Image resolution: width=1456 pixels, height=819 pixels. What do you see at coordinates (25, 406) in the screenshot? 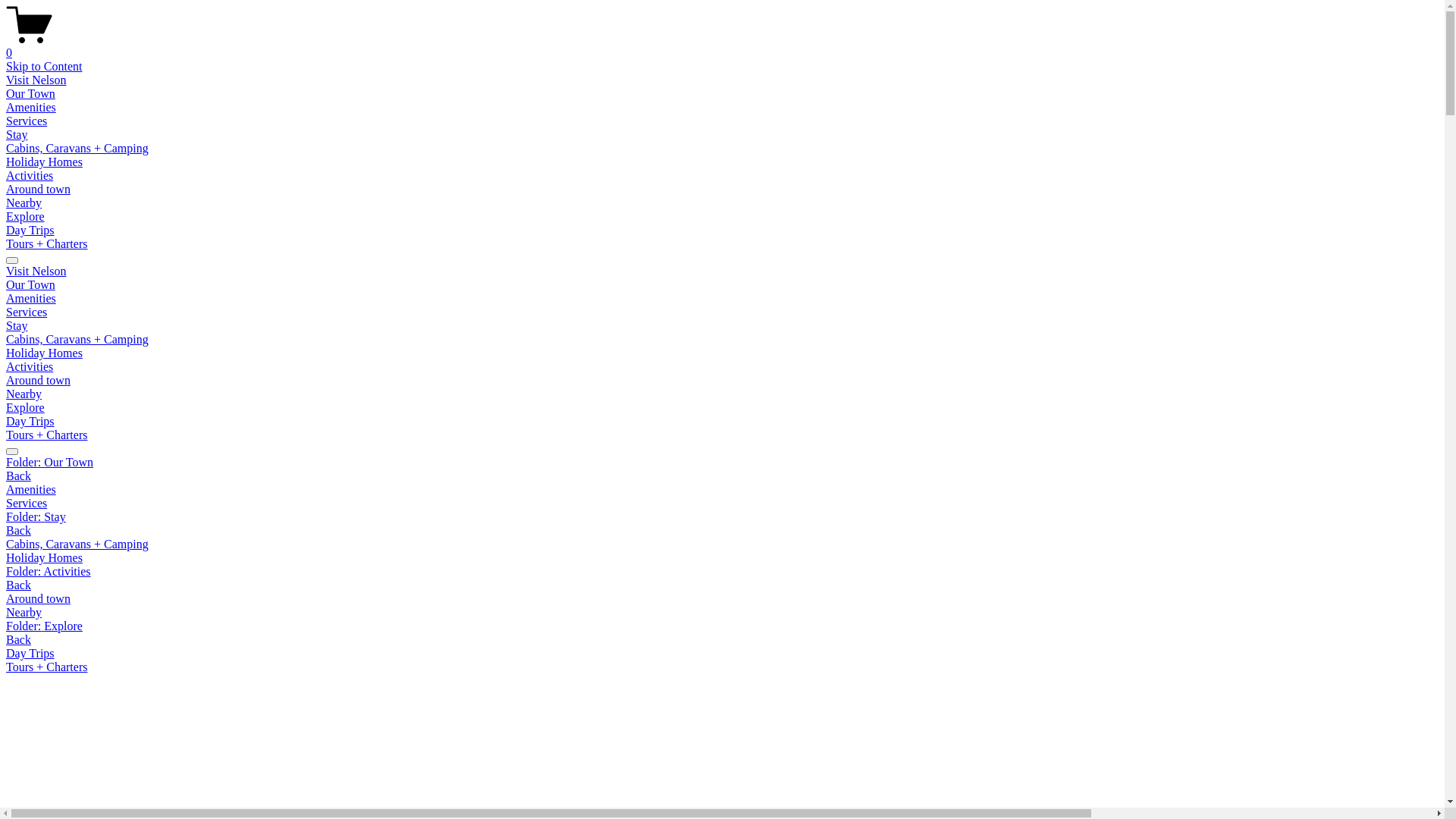
I see `'Explore'` at bounding box center [25, 406].